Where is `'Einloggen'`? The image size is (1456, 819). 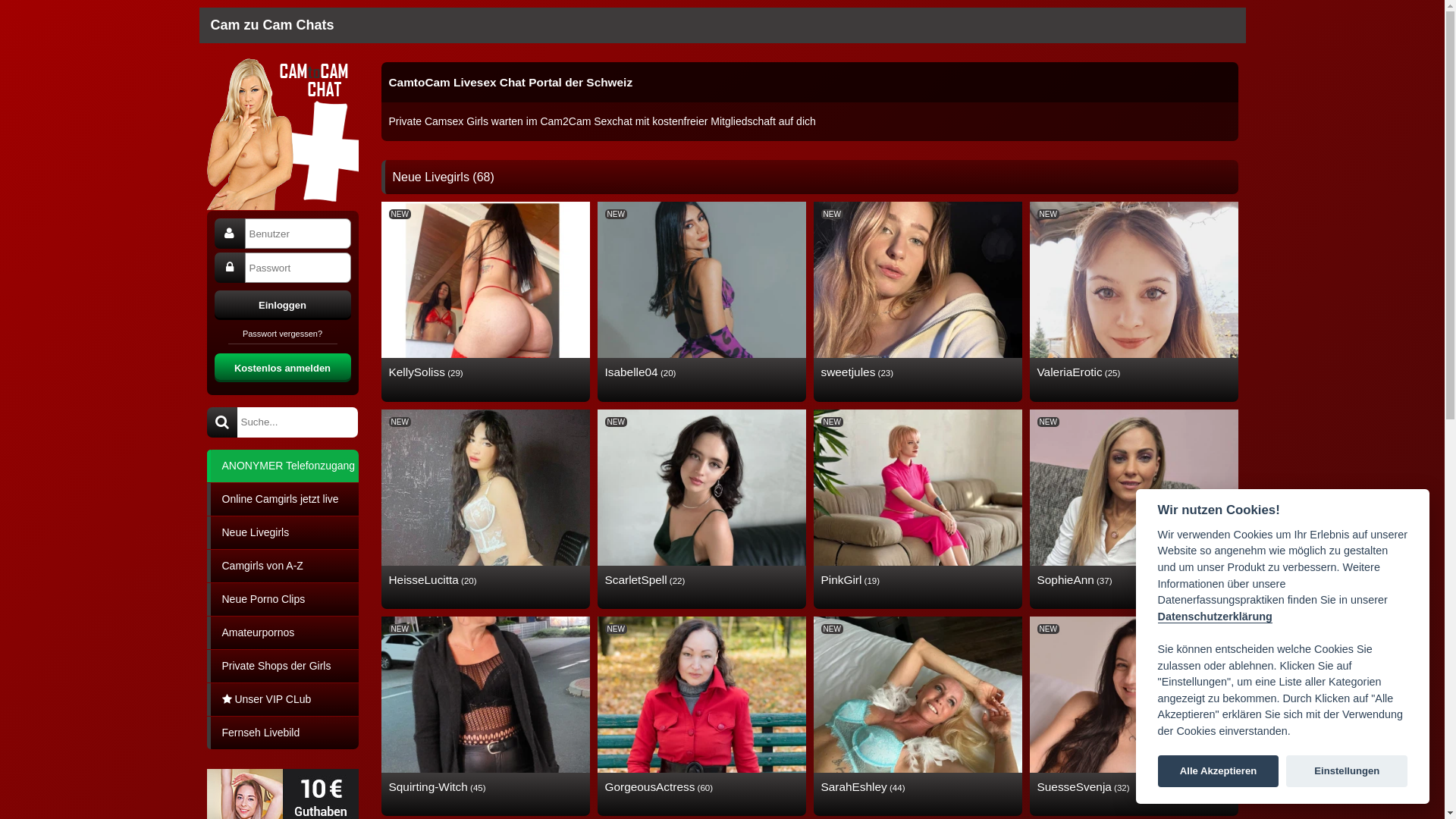 'Einloggen' is located at coordinates (213, 304).